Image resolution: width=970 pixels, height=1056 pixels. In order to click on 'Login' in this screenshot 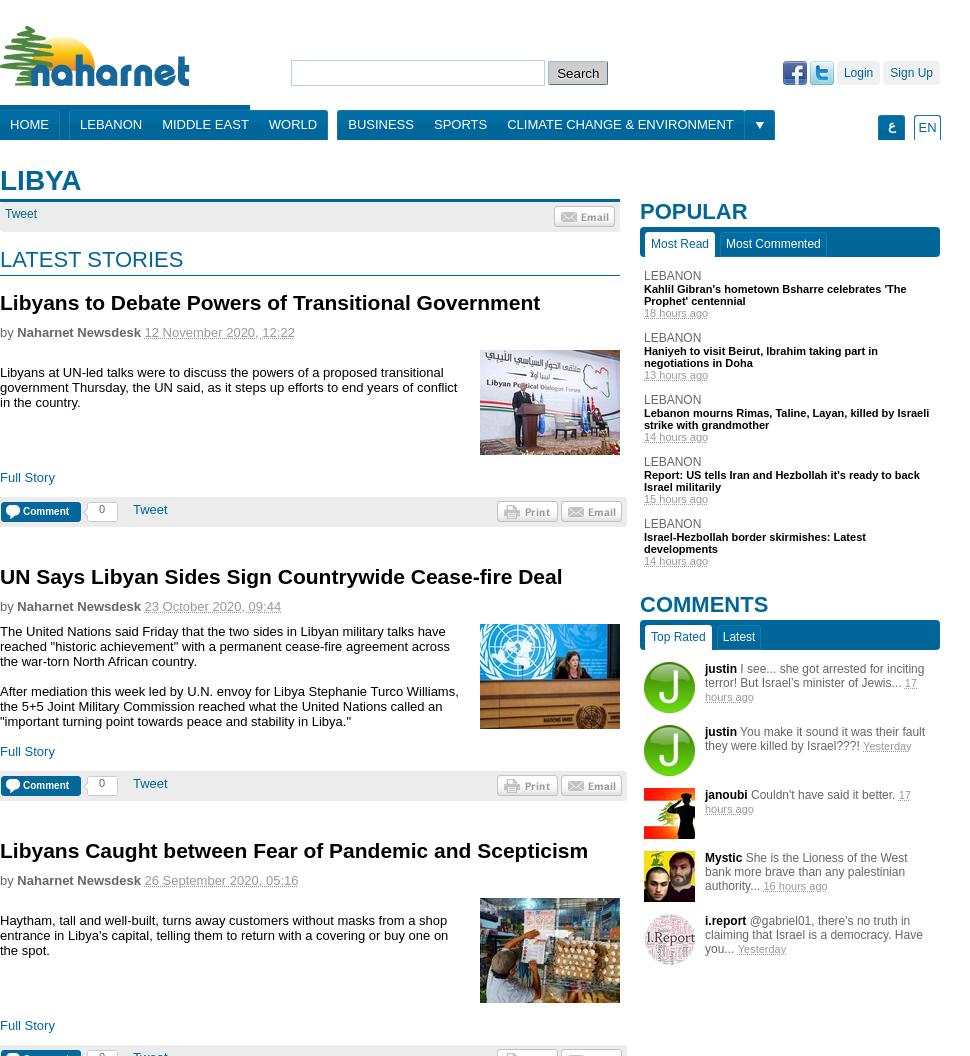, I will do `click(842, 71)`.